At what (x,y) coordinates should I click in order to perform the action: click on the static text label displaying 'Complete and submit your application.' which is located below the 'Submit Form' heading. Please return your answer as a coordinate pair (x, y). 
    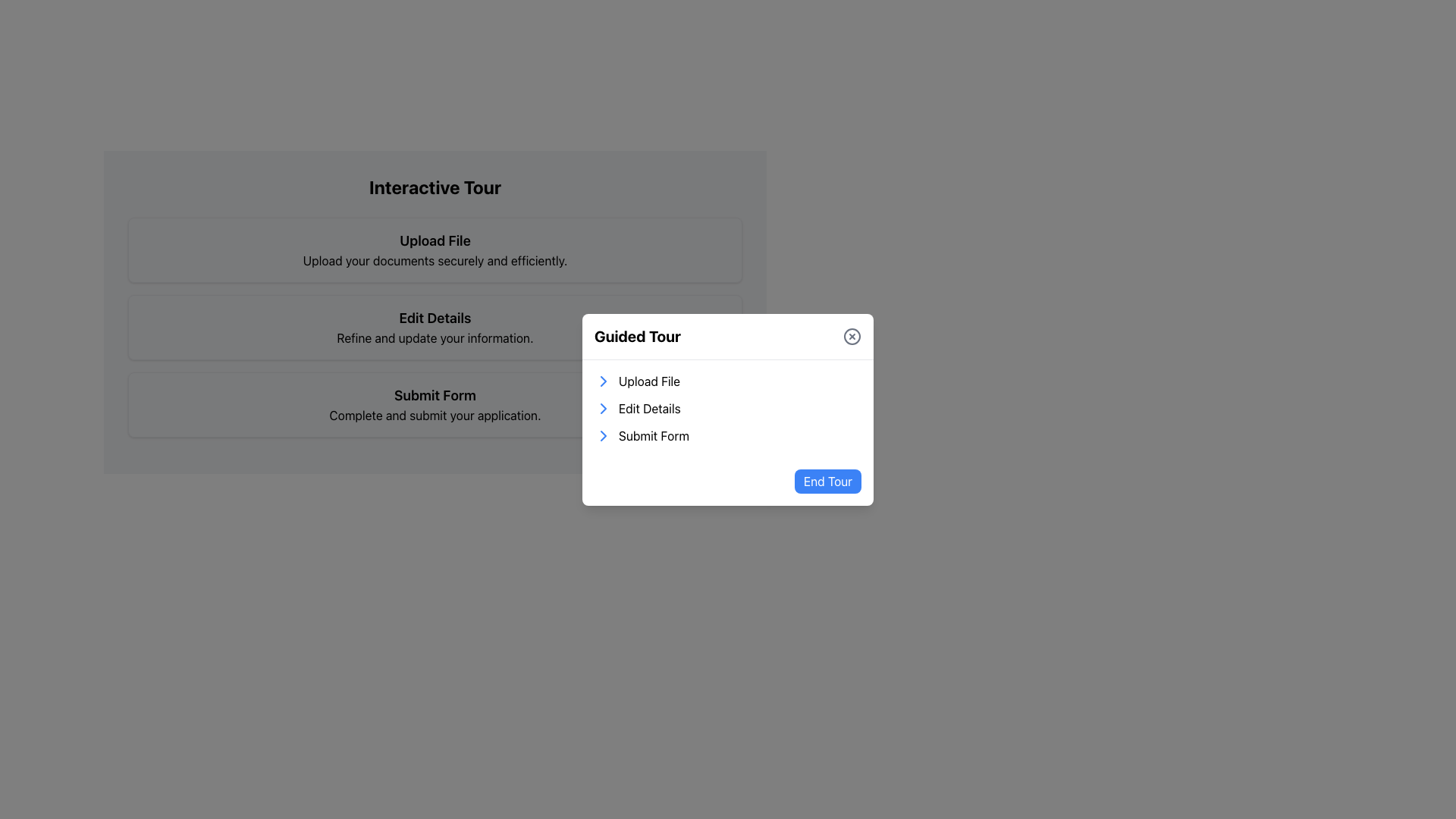
    Looking at the image, I should click on (435, 415).